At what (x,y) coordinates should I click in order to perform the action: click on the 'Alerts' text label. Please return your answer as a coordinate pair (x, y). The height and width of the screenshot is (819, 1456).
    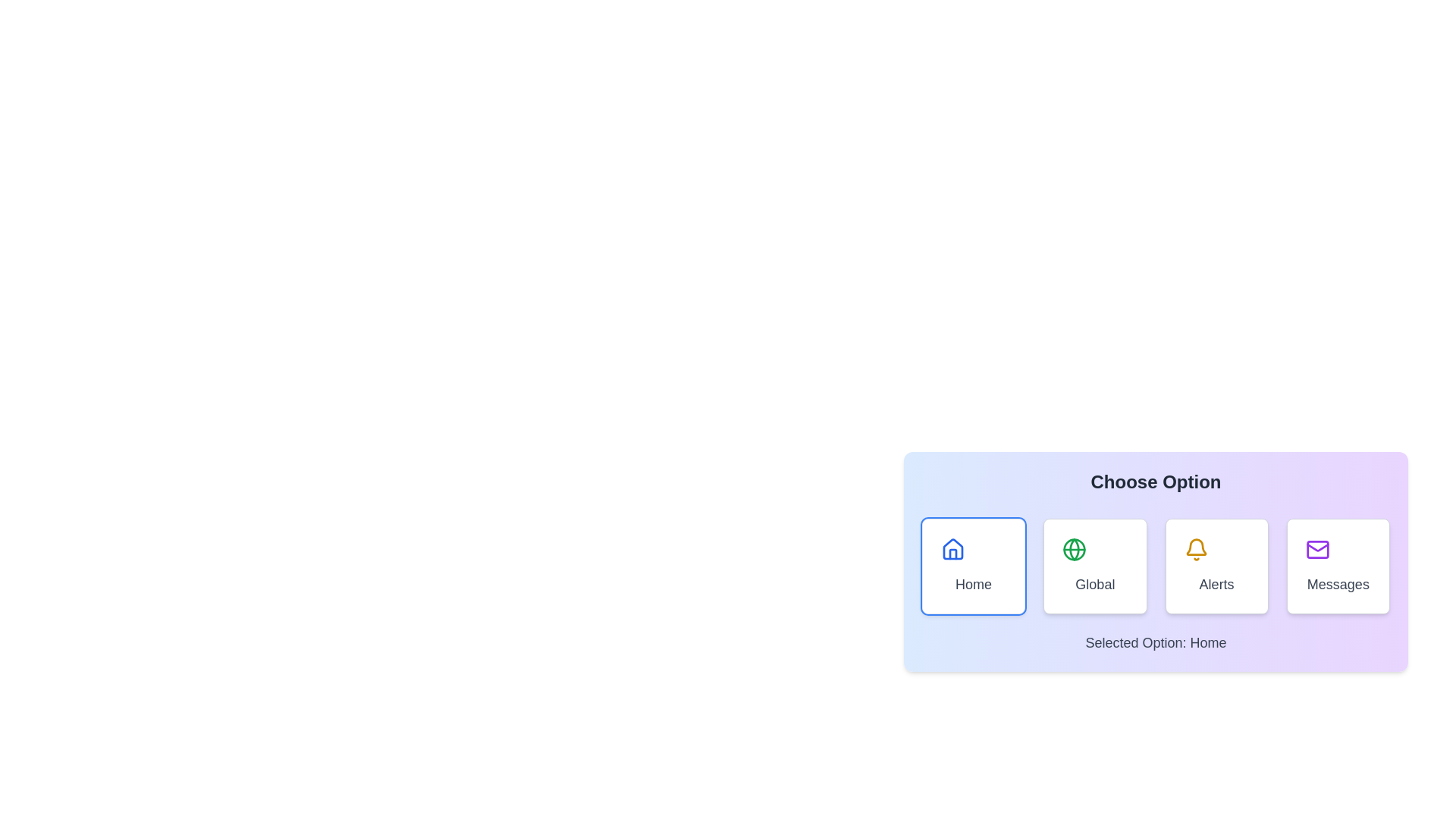
    Looking at the image, I should click on (1216, 584).